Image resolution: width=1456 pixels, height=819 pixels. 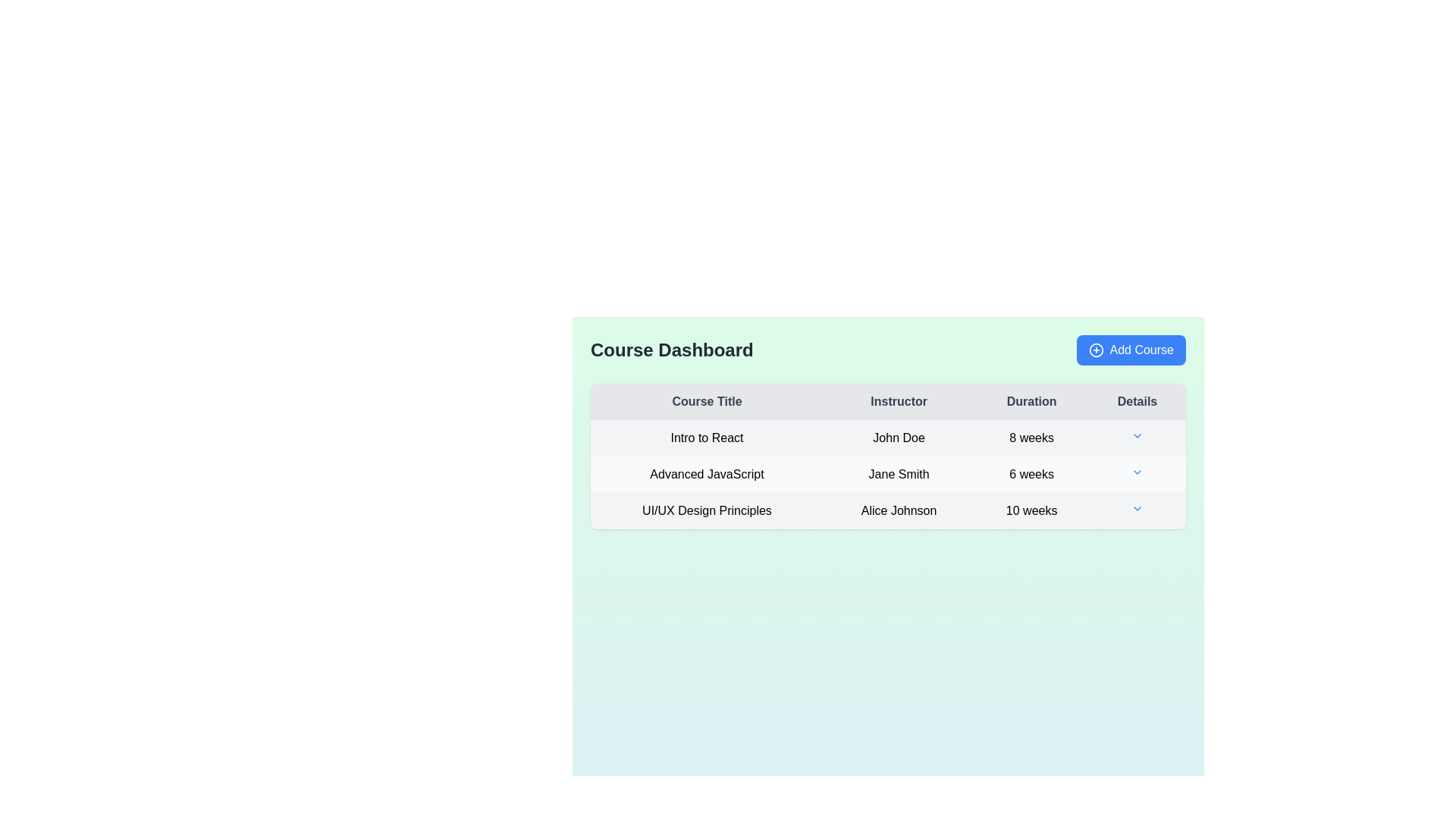 I want to click on the 'John Doe' text label in the 'Instructor' column of the first row of the table in the 'Course Dashboard', so click(x=899, y=438).